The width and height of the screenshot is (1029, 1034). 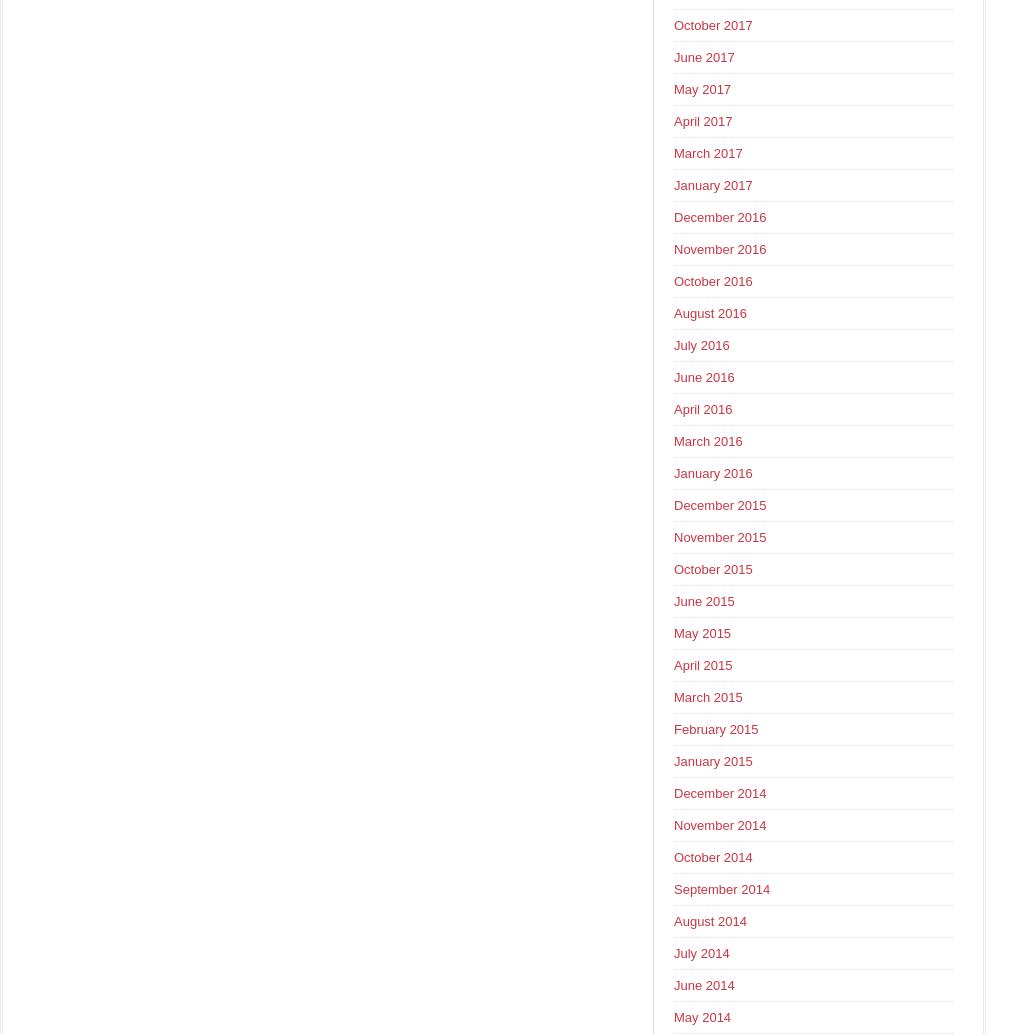 I want to click on 'January 2015', so click(x=711, y=761).